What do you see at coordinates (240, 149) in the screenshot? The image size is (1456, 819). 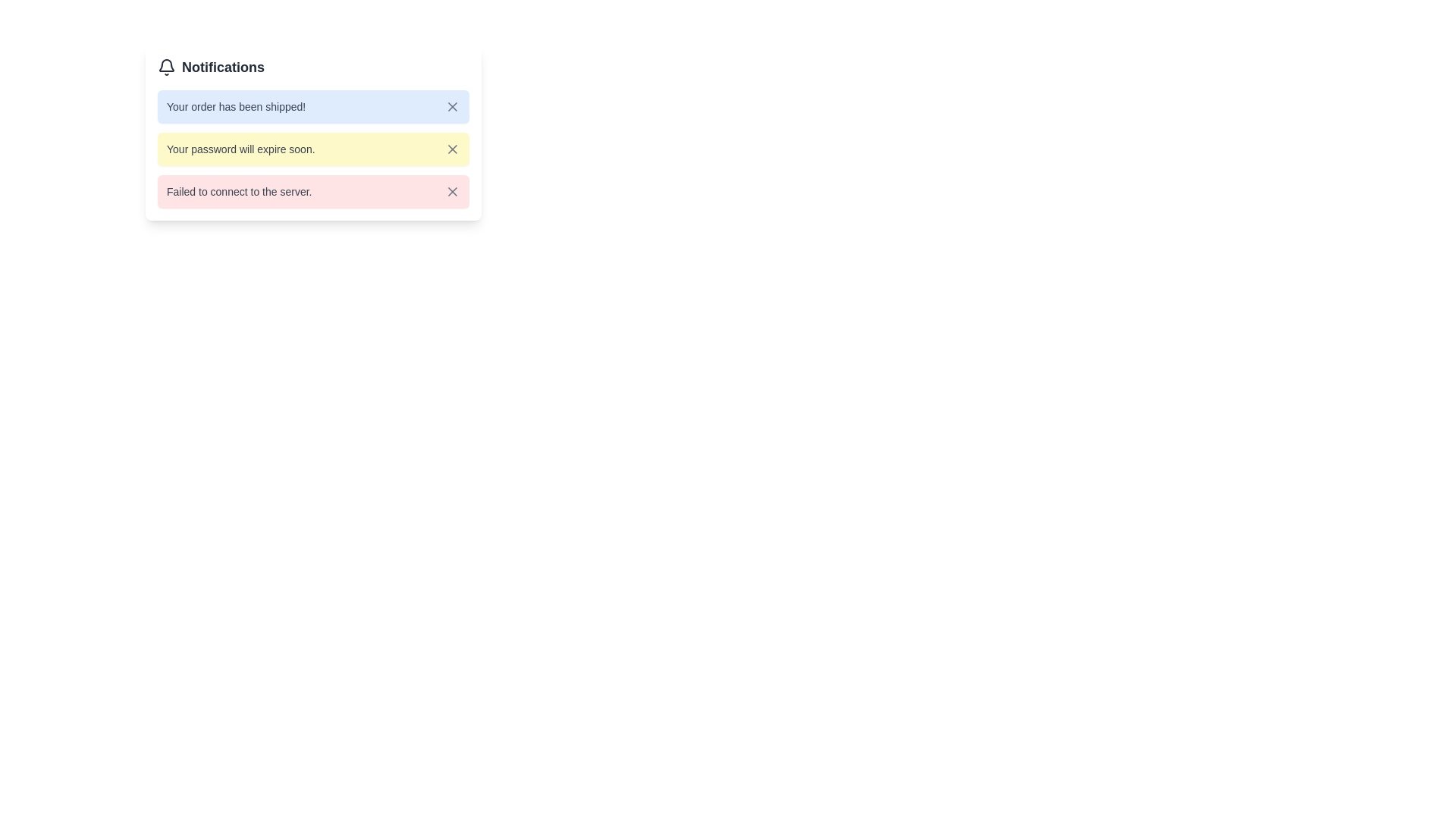 I see `the static text notification about impending password expiration located in the second notification card, positioned below the blue notification 'Your order has been shipped!' and above the red notification 'Failed to connect to the server.'` at bounding box center [240, 149].